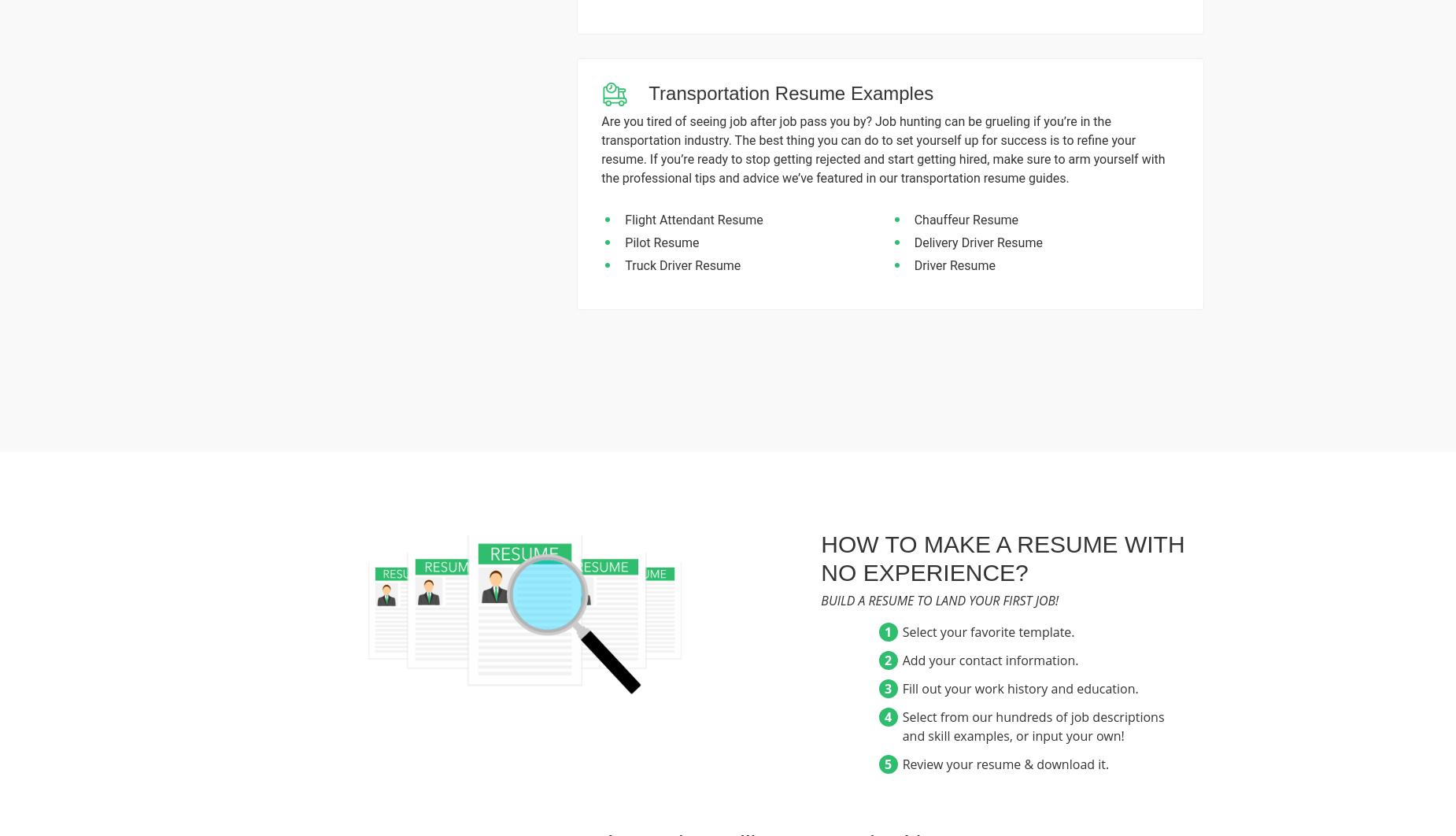 This screenshot has height=836, width=1456. Describe the element at coordinates (662, 242) in the screenshot. I see `'Pilot Resume'` at that location.